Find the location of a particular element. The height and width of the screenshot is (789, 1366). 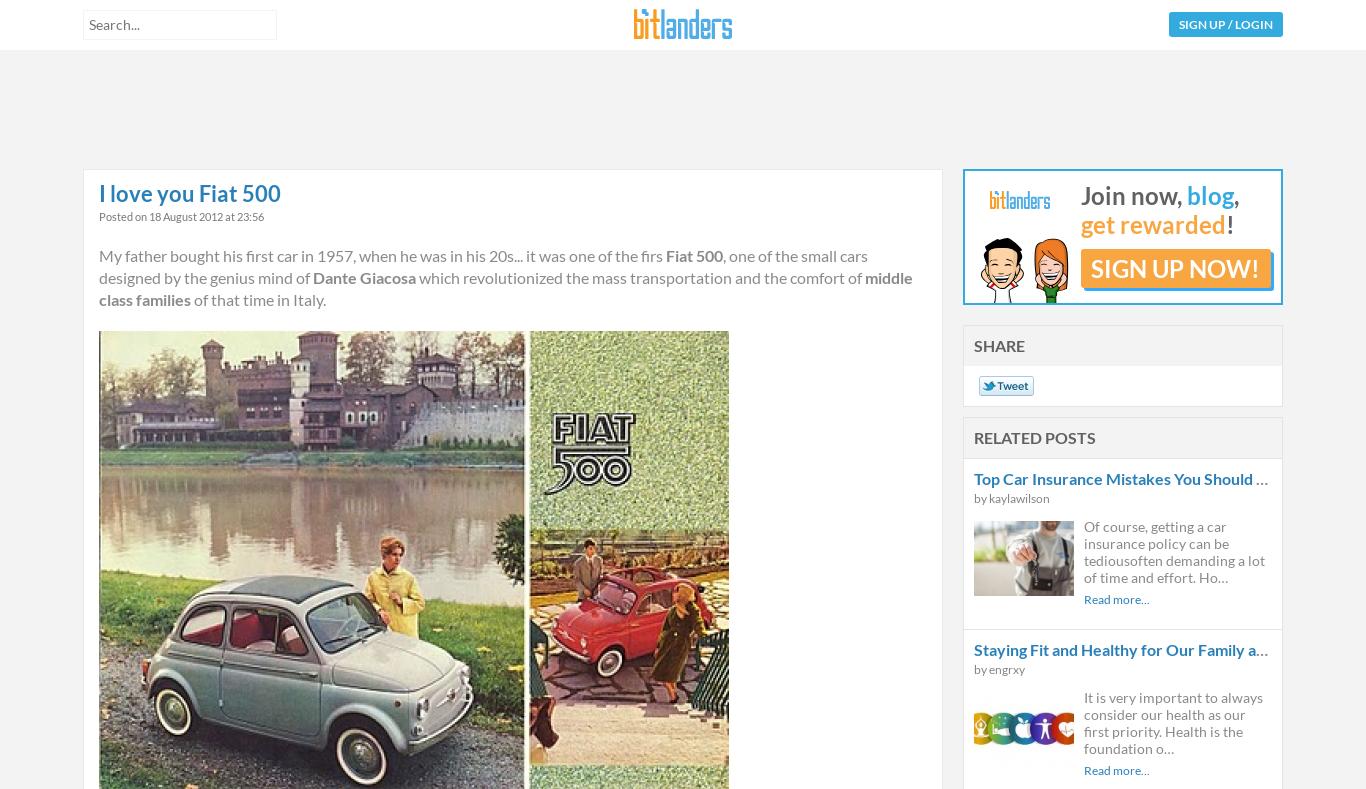

'SIGN UP /' is located at coordinates (1206, 23).